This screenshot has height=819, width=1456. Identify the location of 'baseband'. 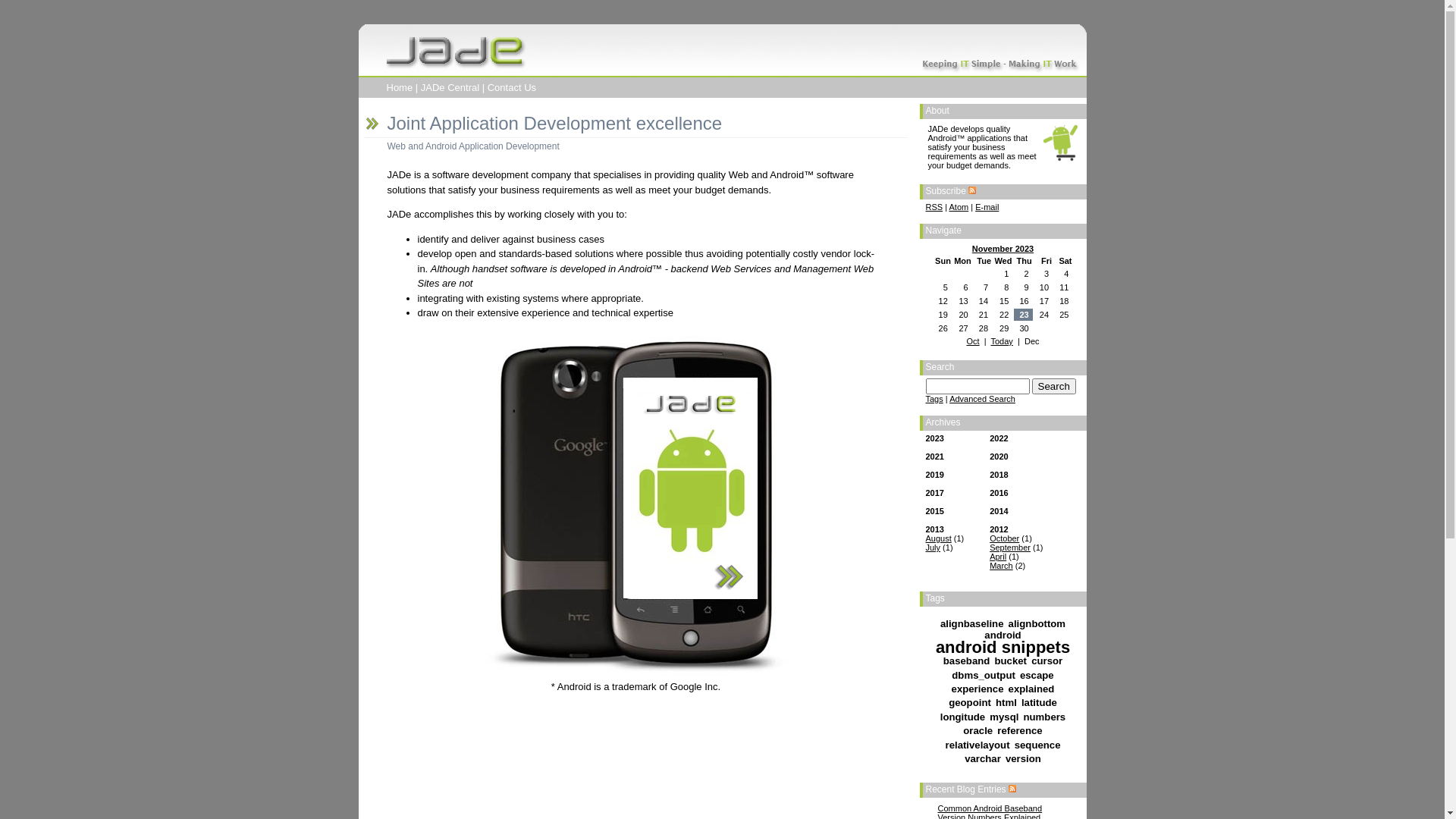
(966, 660).